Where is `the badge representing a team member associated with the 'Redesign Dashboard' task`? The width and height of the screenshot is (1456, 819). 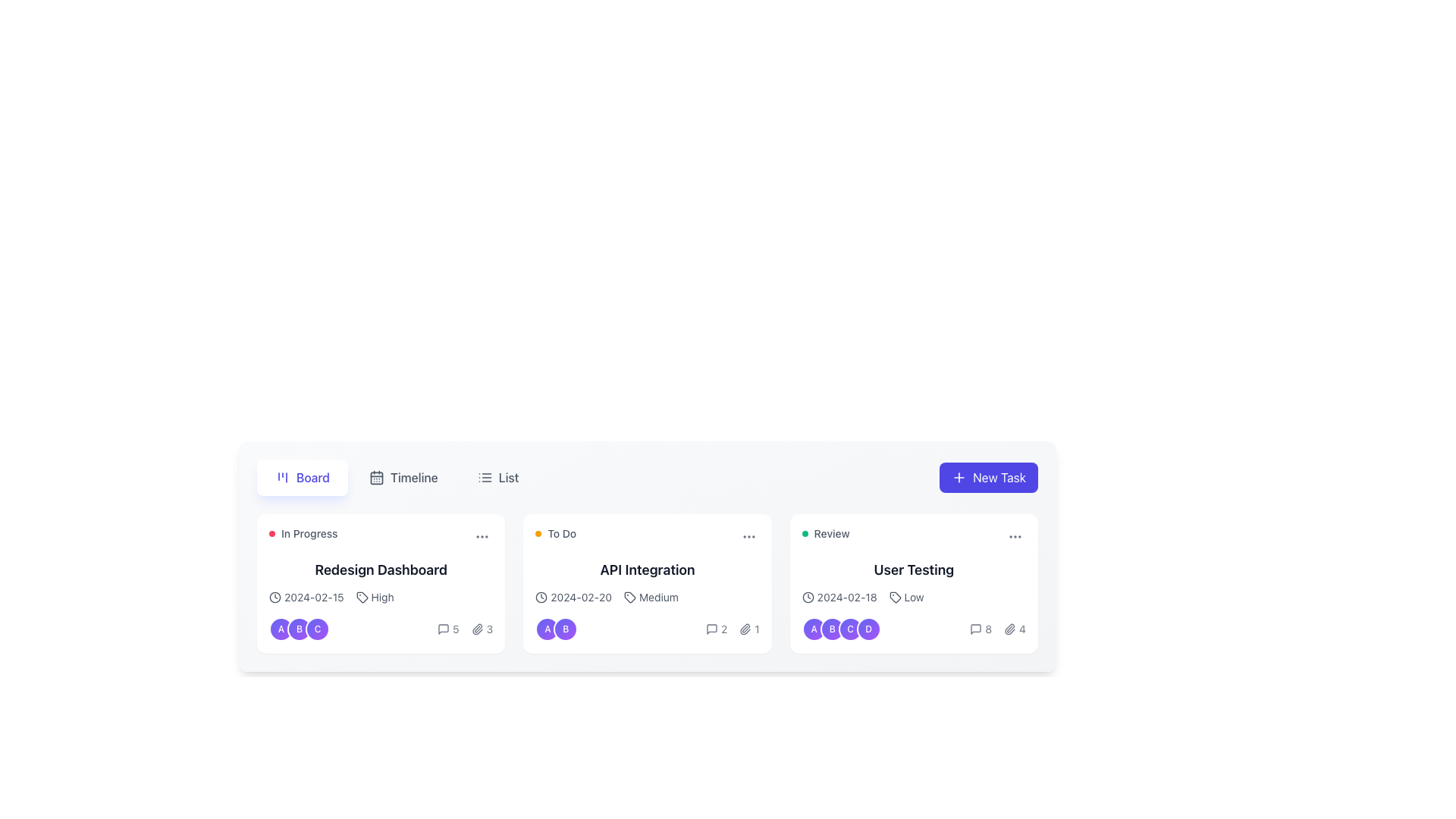 the badge representing a team member associated with the 'Redesign Dashboard' task is located at coordinates (299, 629).